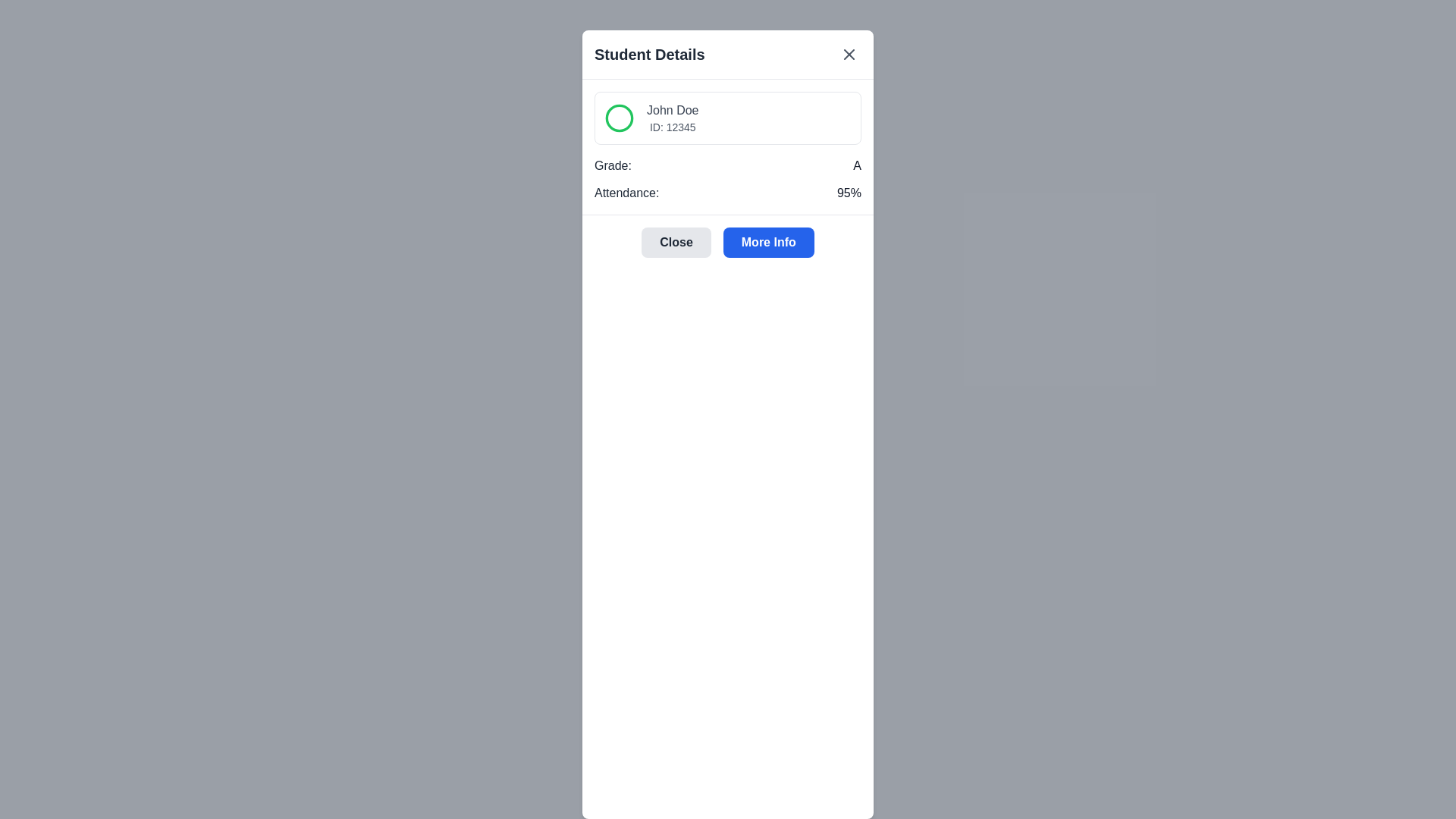 Image resolution: width=1456 pixels, height=819 pixels. I want to click on the 'close' button located in the top-right corner of the 'Student Details' popup window, so click(848, 54).